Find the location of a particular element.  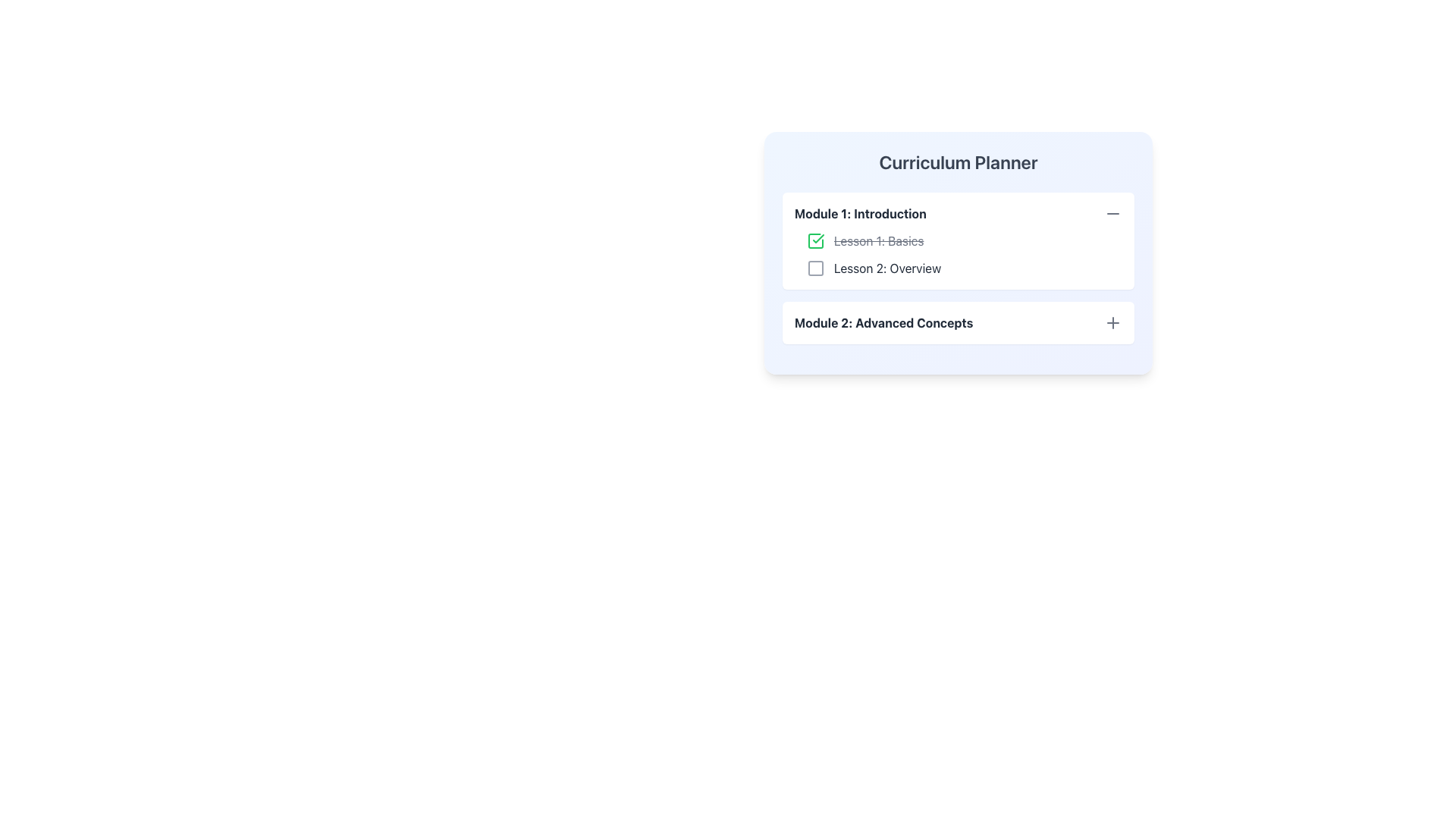

the title text of the curriculum planner panel, which indicates the purpose of the section and is located above 'Module 1: Introduction' is located at coordinates (957, 162).